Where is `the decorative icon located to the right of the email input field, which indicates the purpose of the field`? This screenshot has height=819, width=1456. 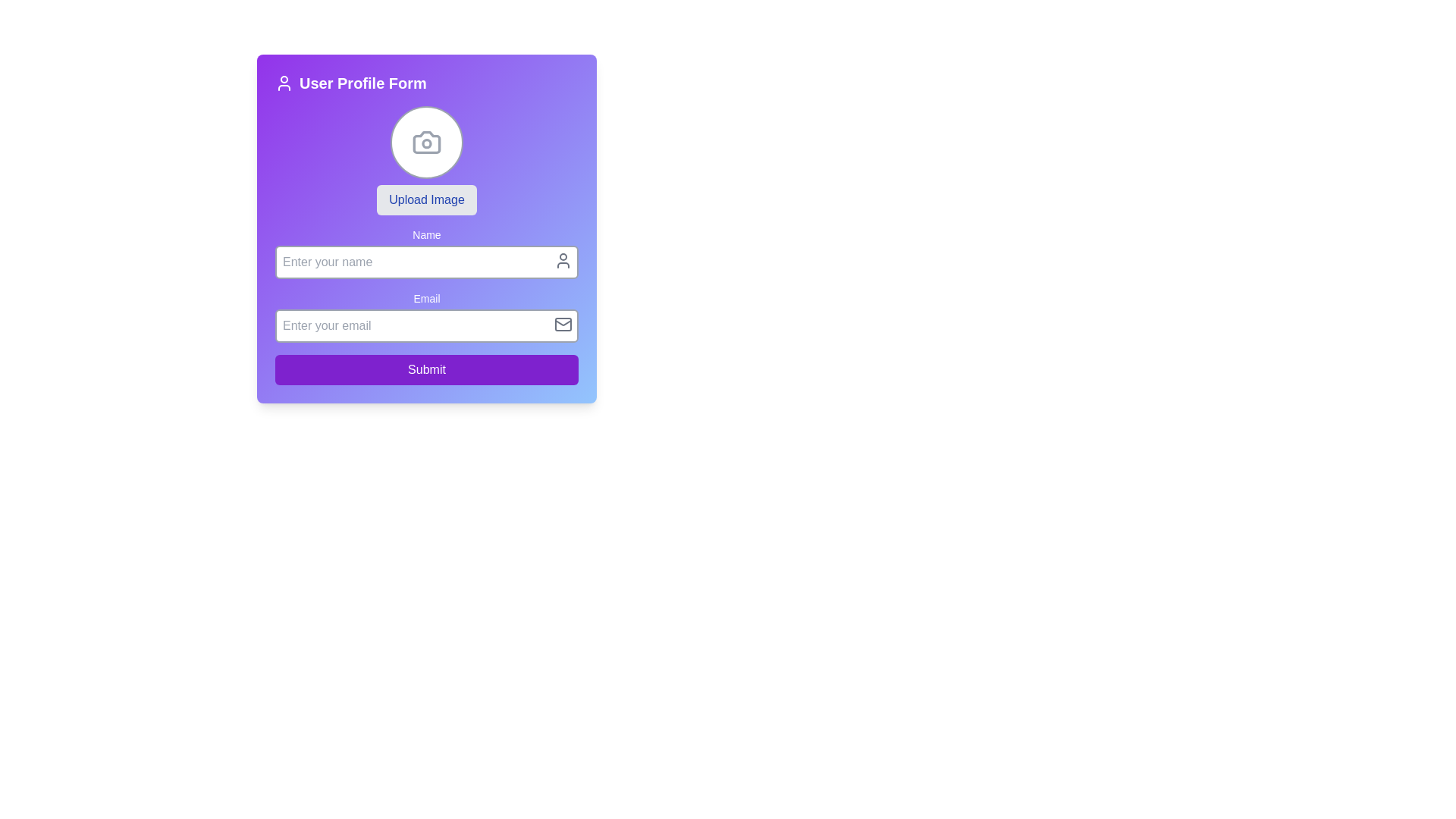
the decorative icon located to the right of the email input field, which indicates the purpose of the field is located at coordinates (563, 324).